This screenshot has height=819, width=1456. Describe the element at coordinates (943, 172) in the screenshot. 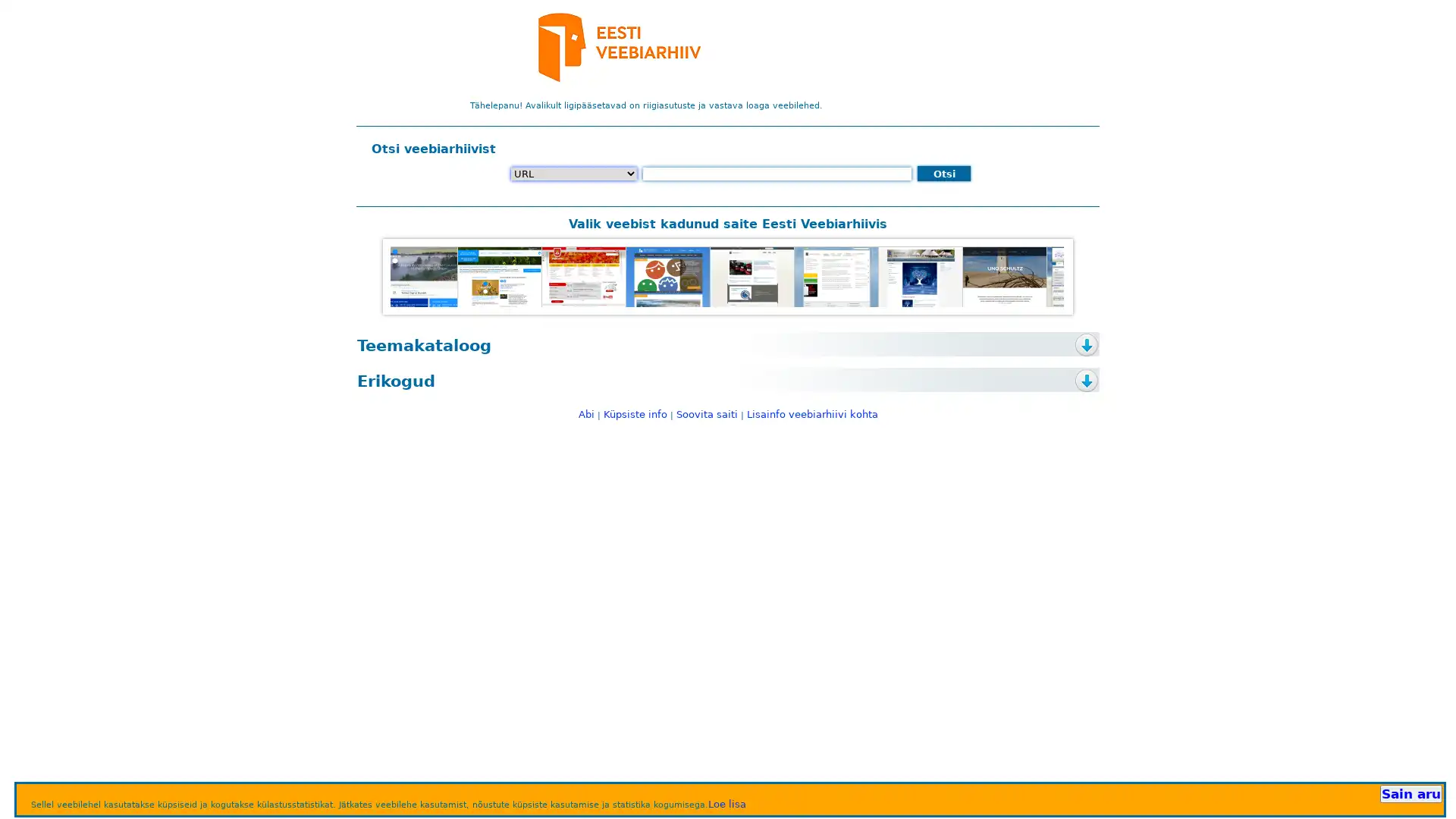

I see `Otsi` at that location.